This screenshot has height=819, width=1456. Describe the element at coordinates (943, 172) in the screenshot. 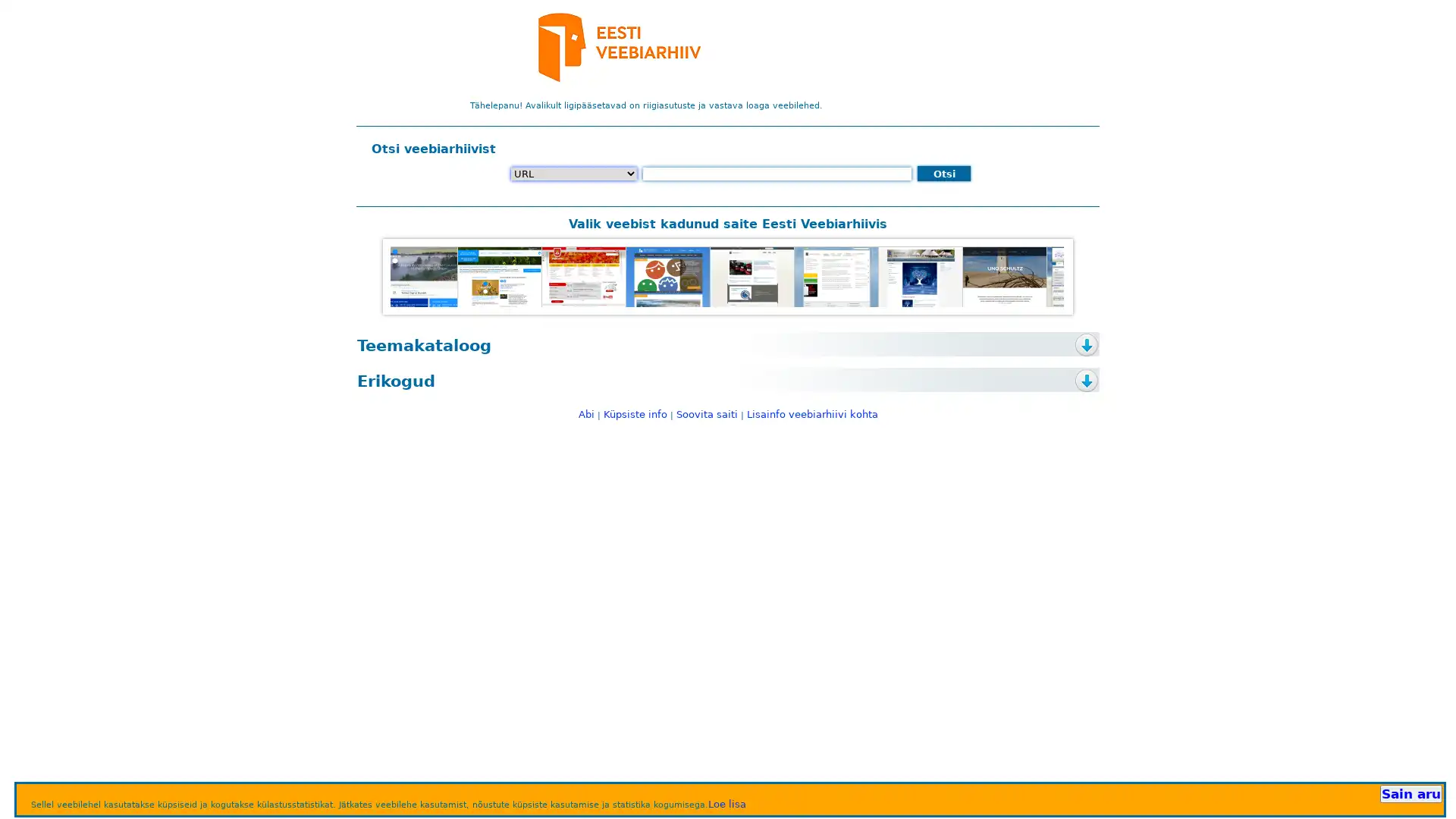

I see `Otsi` at that location.